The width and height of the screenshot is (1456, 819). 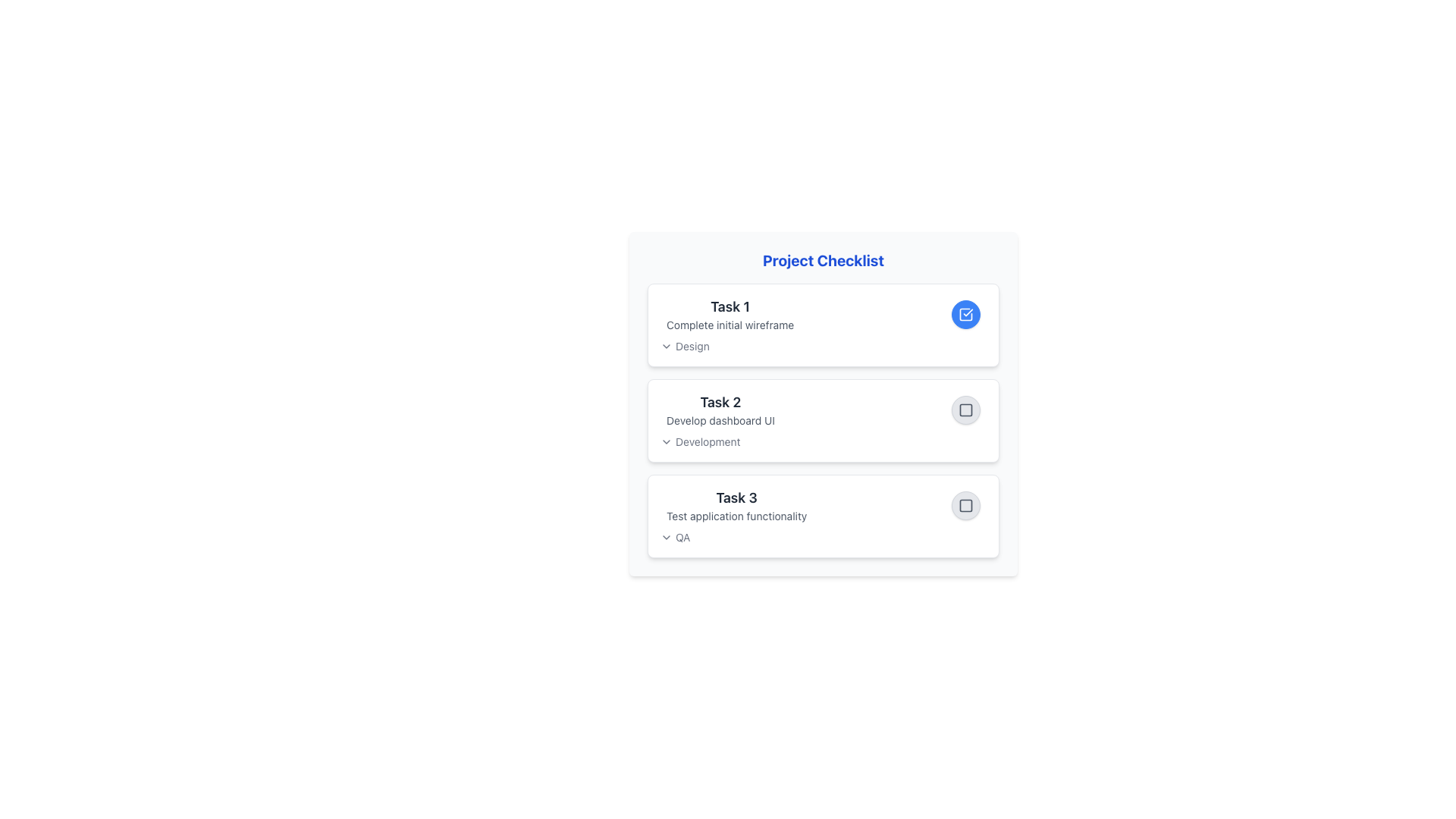 What do you see at coordinates (666, 346) in the screenshot?
I see `the downward-pointing chevron icon located to the left of the word 'Design' in the 'Task 1' task box` at bounding box center [666, 346].